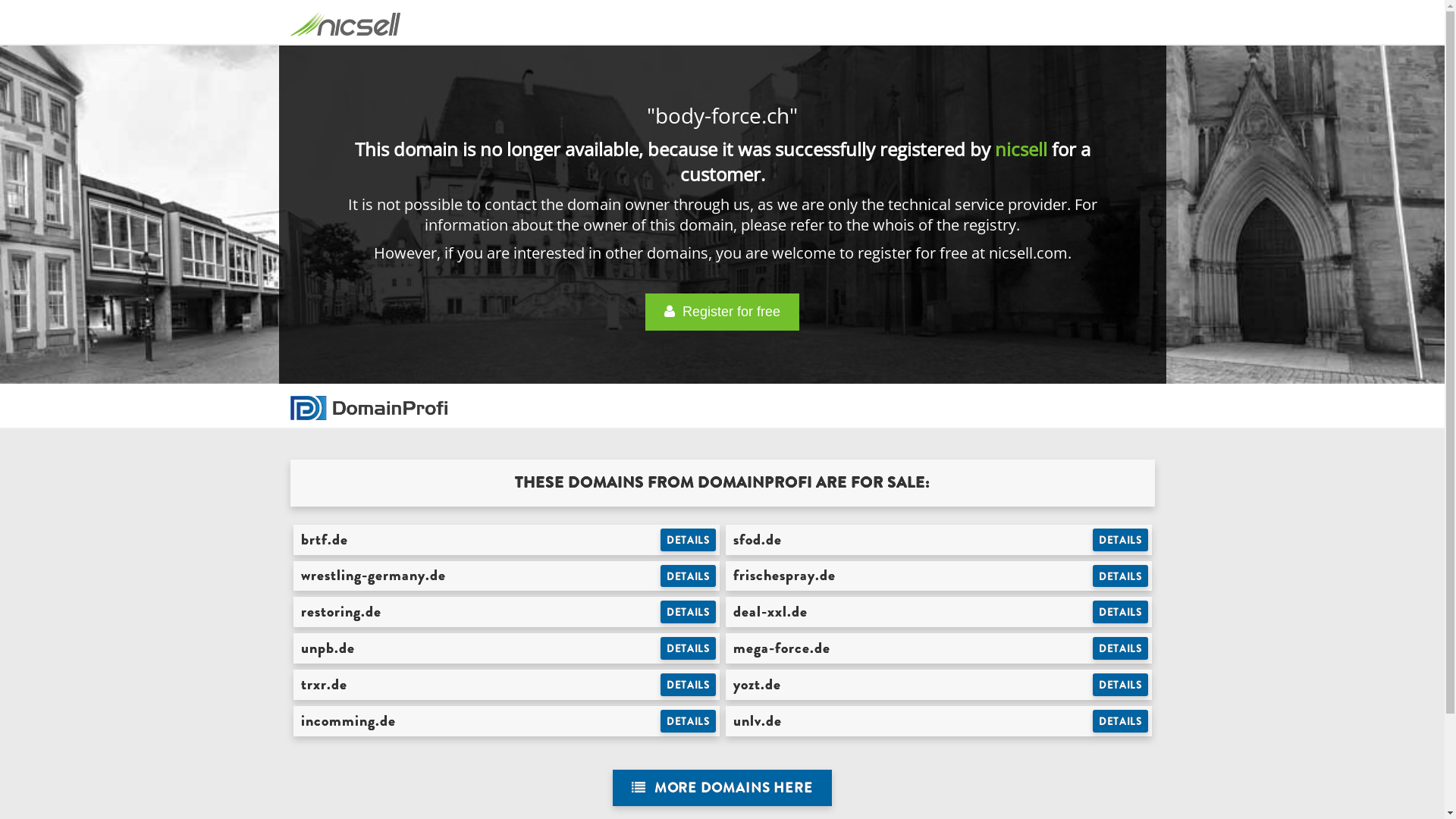 This screenshot has height=819, width=1456. Describe the element at coordinates (687, 720) in the screenshot. I see `'DETAILS'` at that location.